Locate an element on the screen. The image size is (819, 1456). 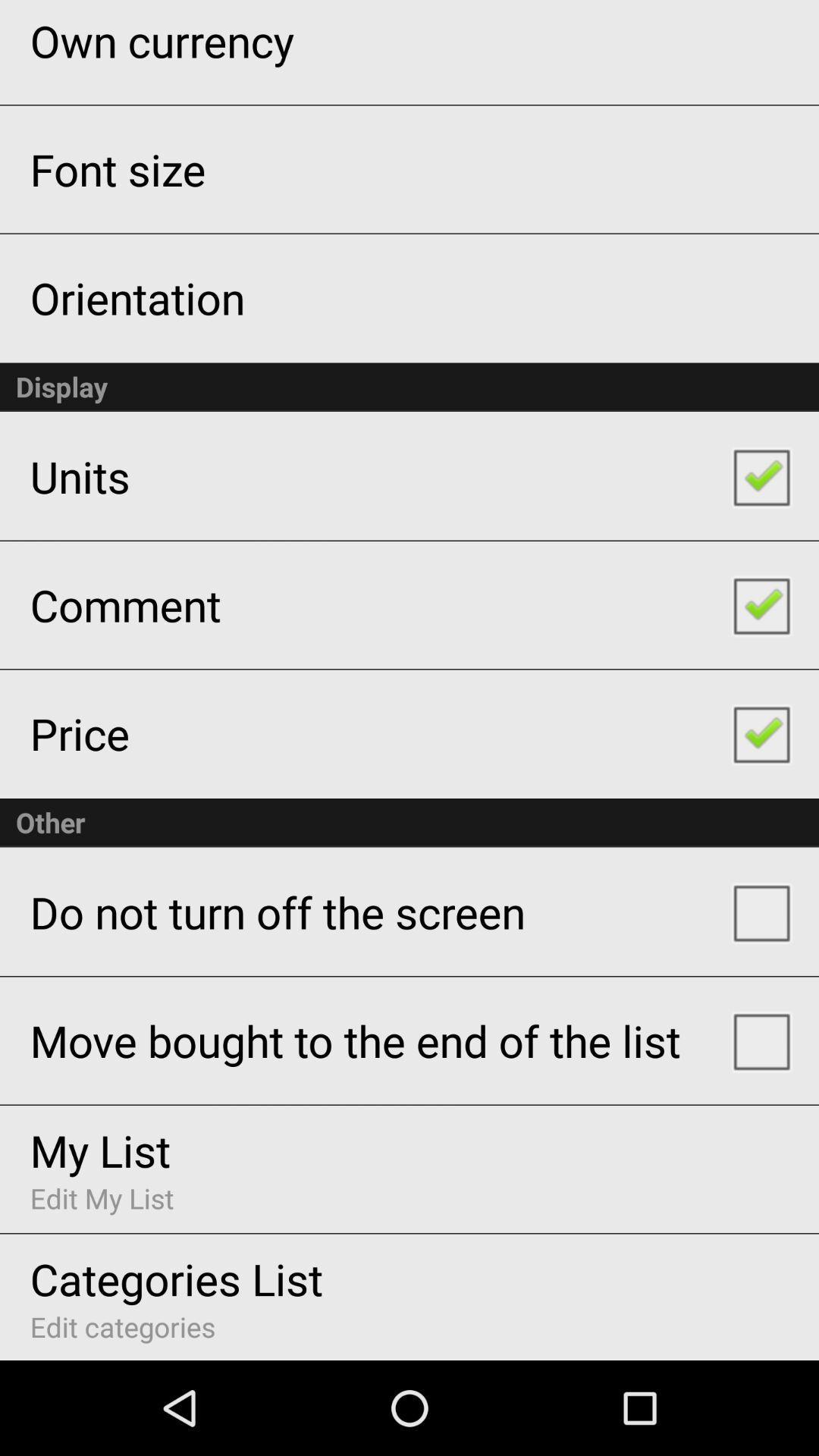
item above other is located at coordinates (80, 733).